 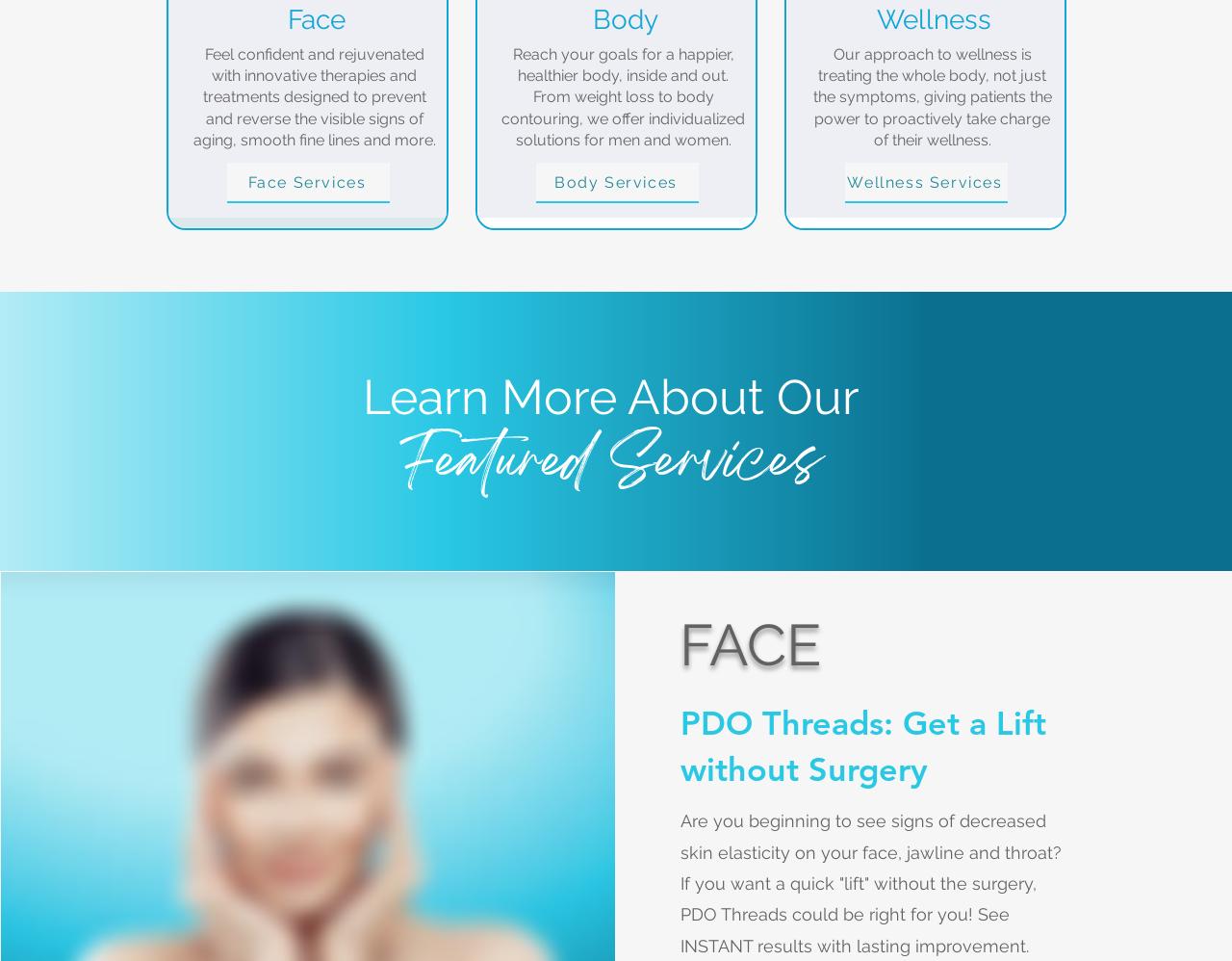 What do you see at coordinates (314, 96) in the screenshot?
I see `'Feel confident and rejuvenated with innovative therapies and treatments designed to prevent and reverse the visible signs of aging, smooth fine lines and more.'` at bounding box center [314, 96].